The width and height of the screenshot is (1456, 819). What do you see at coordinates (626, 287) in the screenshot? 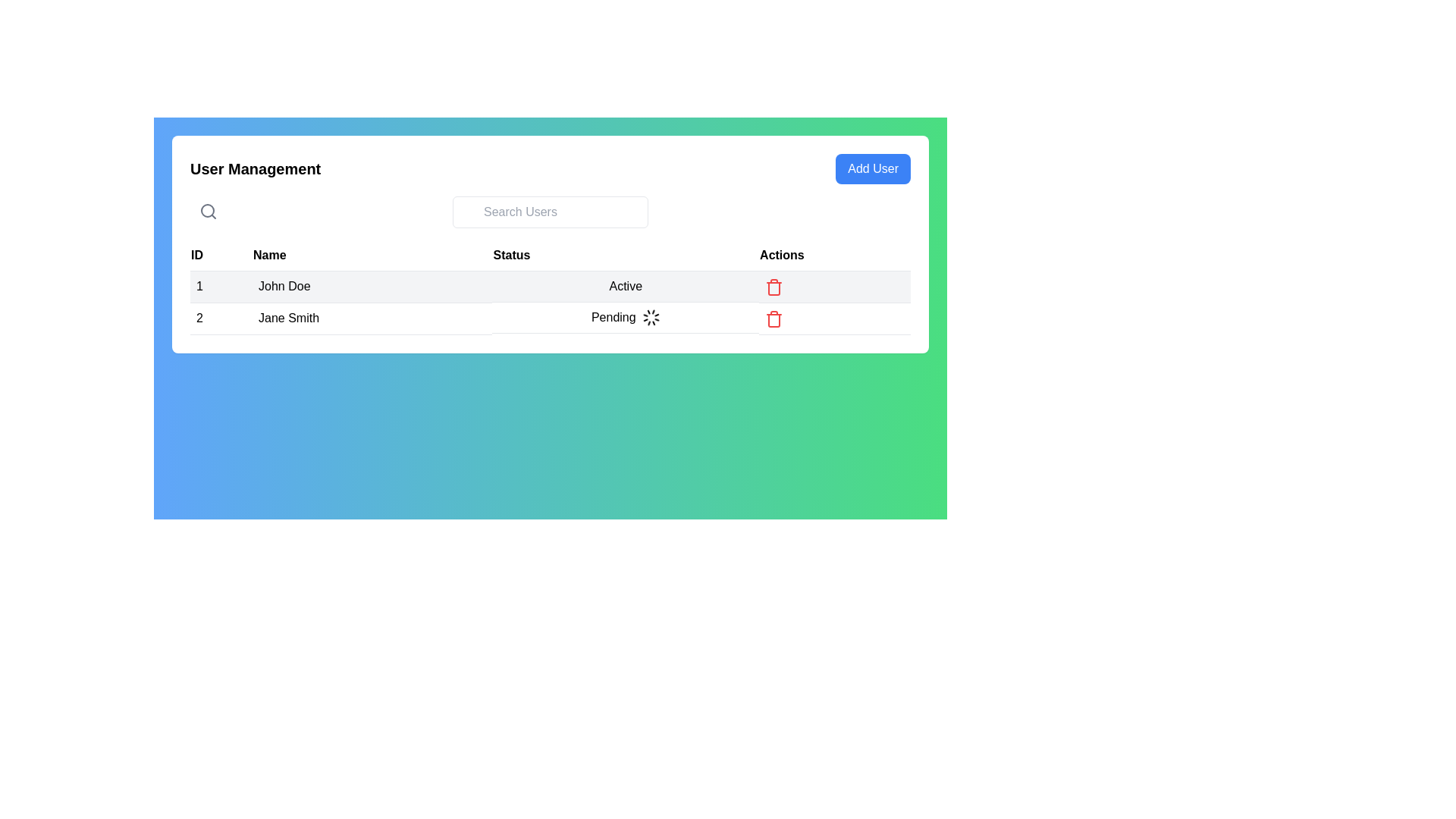
I see `the 'Active' label in the 'Status' column of the user data table, which is positioned between the 'Name' column and the 'Actions' column` at bounding box center [626, 287].